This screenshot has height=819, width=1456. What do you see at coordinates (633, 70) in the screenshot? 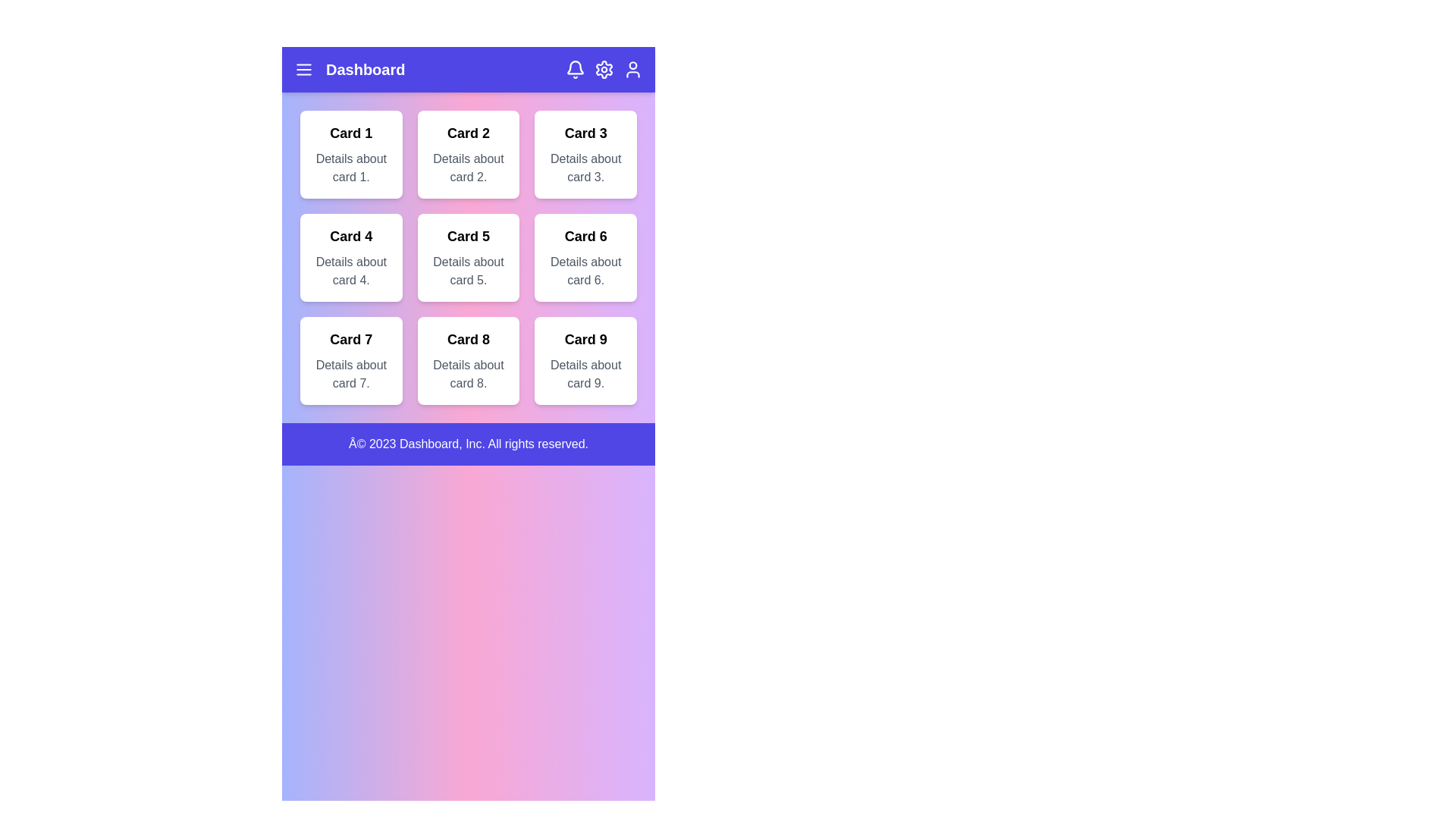
I see `the 'User' icon to access the user profile` at bounding box center [633, 70].